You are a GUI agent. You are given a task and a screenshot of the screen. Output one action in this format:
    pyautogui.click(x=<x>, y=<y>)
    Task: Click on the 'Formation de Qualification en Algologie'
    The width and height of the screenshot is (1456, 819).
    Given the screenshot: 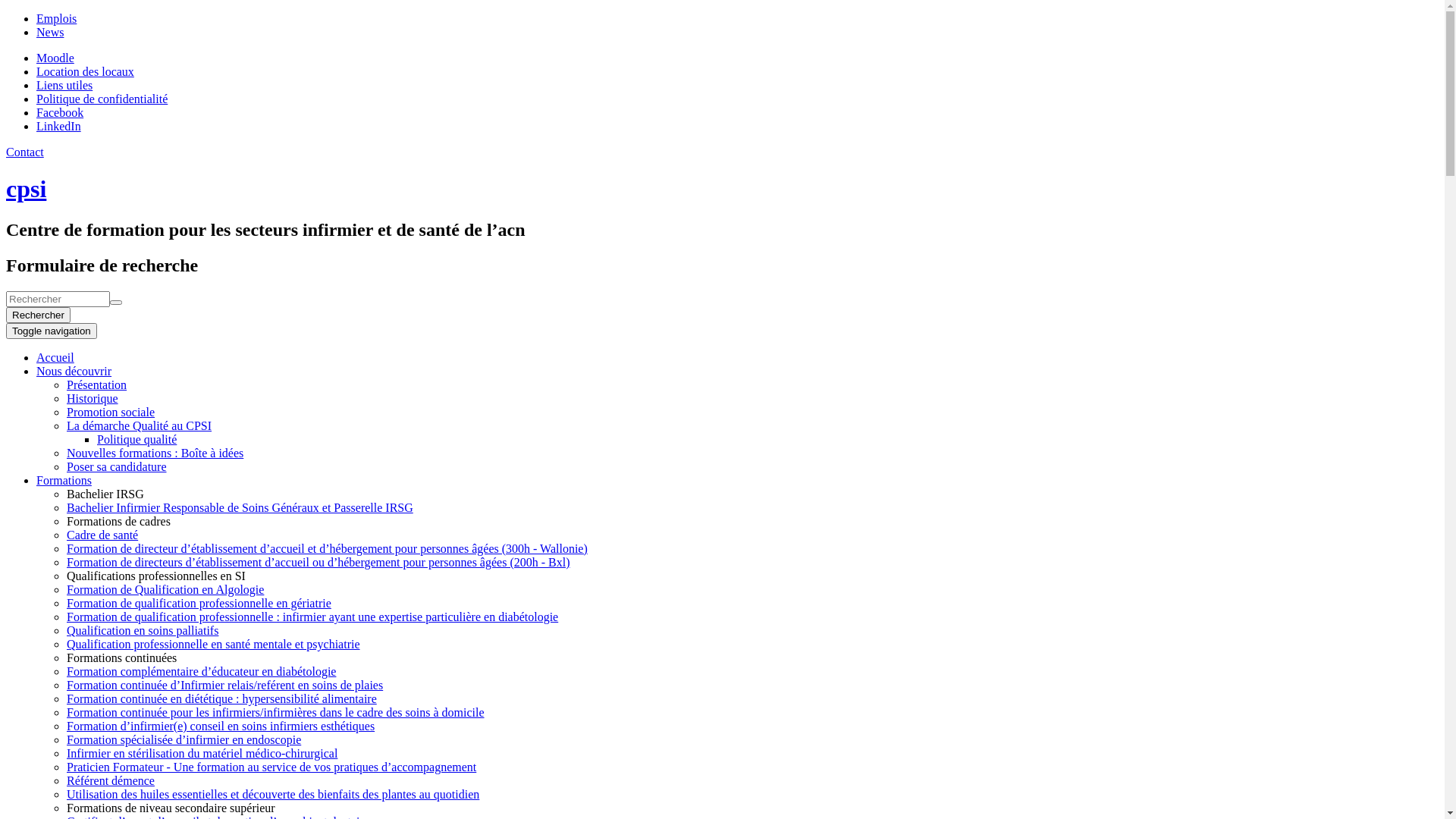 What is the action you would take?
    pyautogui.click(x=165, y=588)
    